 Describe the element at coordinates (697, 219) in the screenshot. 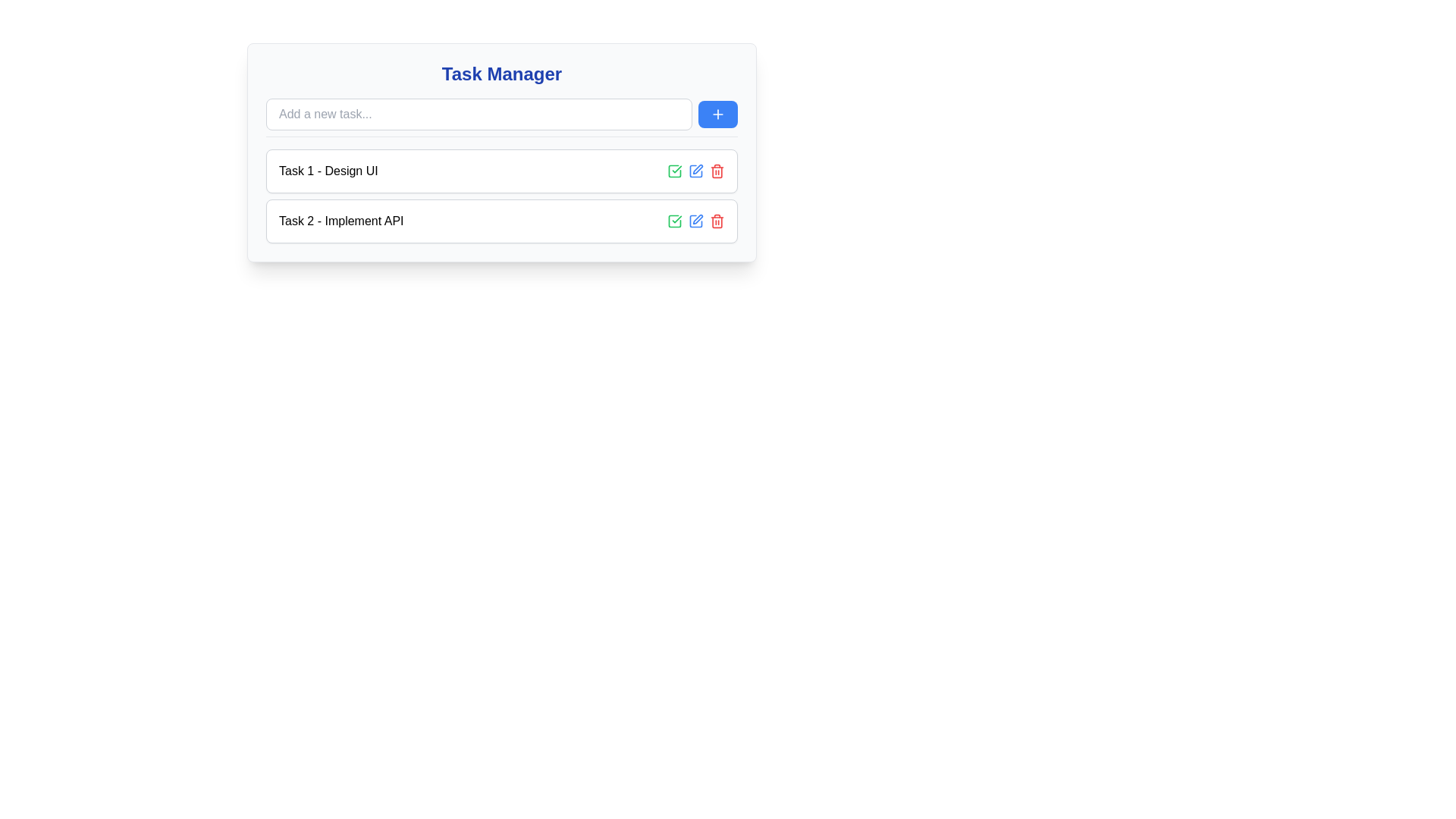

I see `the pencil-shaped icon representing the edit functionality located in the third column of the second row of items in the task list` at that location.